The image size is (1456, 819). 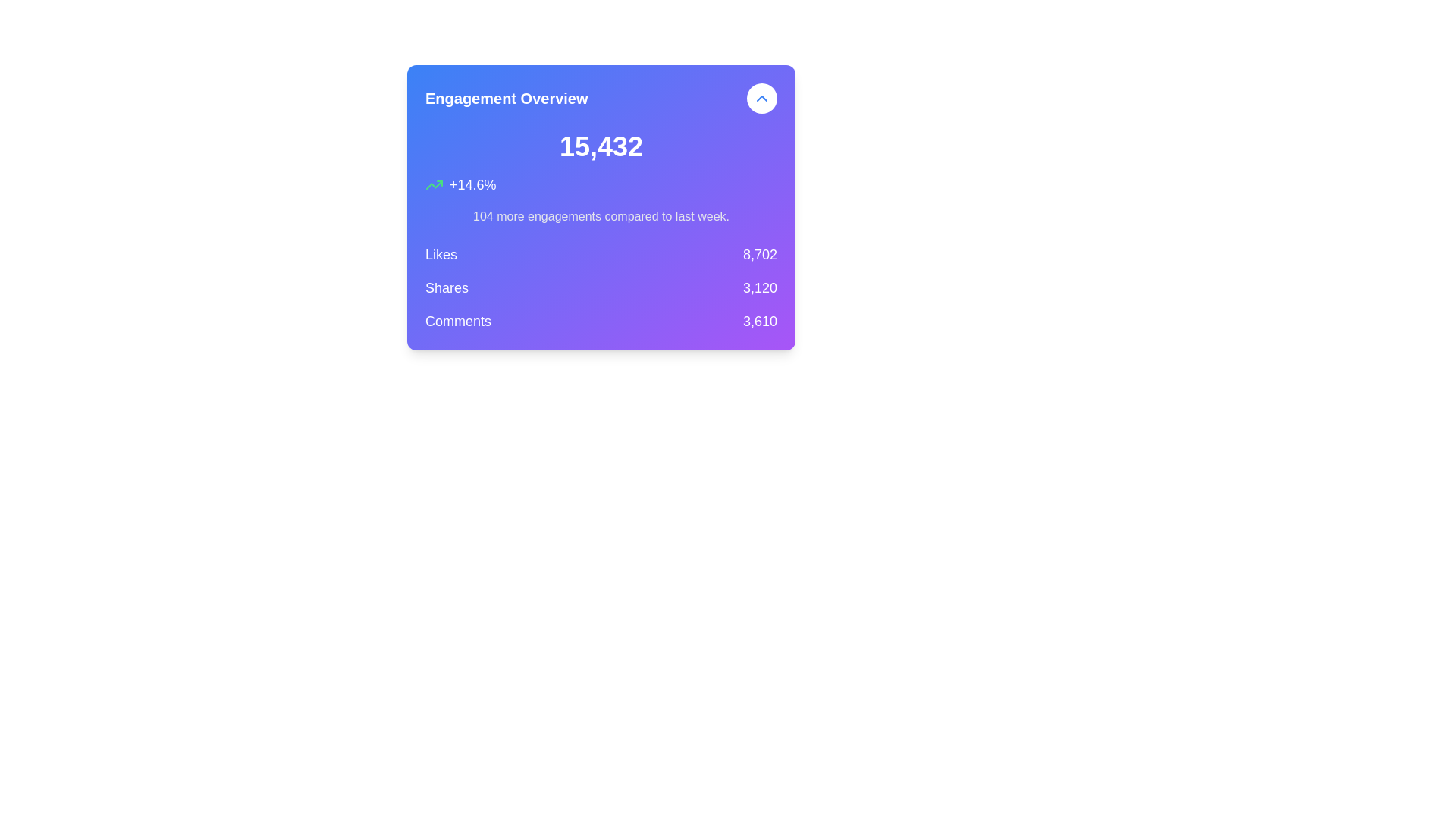 What do you see at coordinates (457, 321) in the screenshot?
I see `the Text Label indicating the count of comments ('3,610') in the 'Engagement Overview' section` at bounding box center [457, 321].